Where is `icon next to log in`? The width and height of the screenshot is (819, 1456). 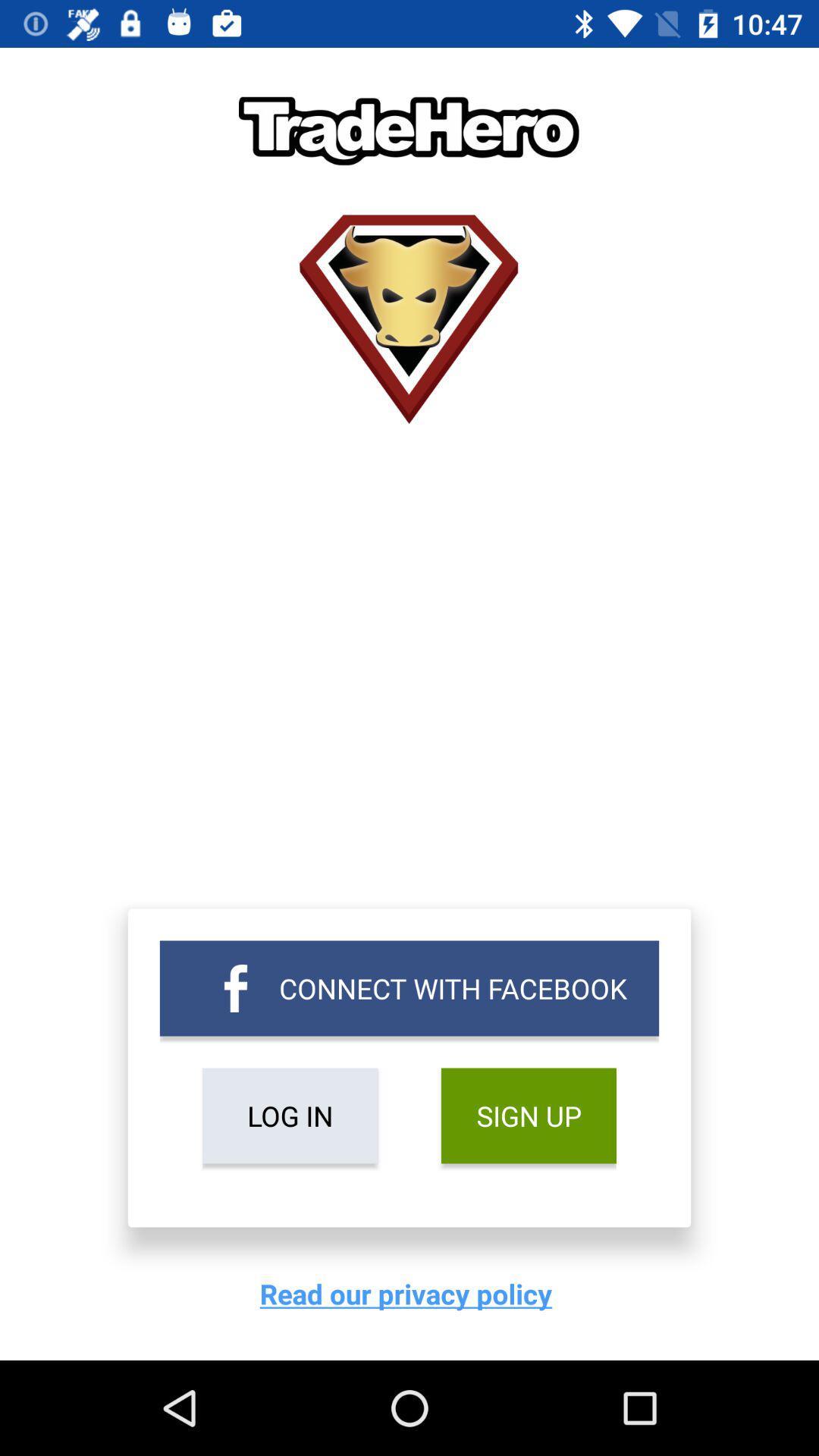
icon next to log in is located at coordinates (528, 1116).